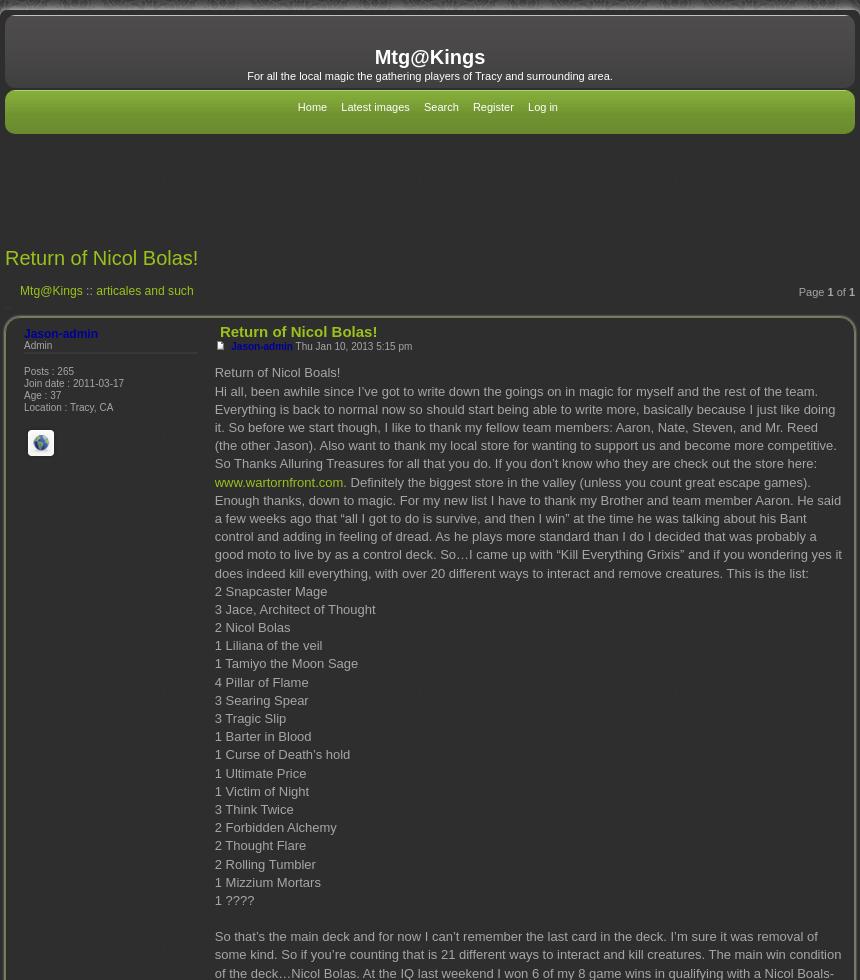 The height and width of the screenshot is (980, 860). Describe the element at coordinates (38, 344) in the screenshot. I see `'Admin'` at that location.